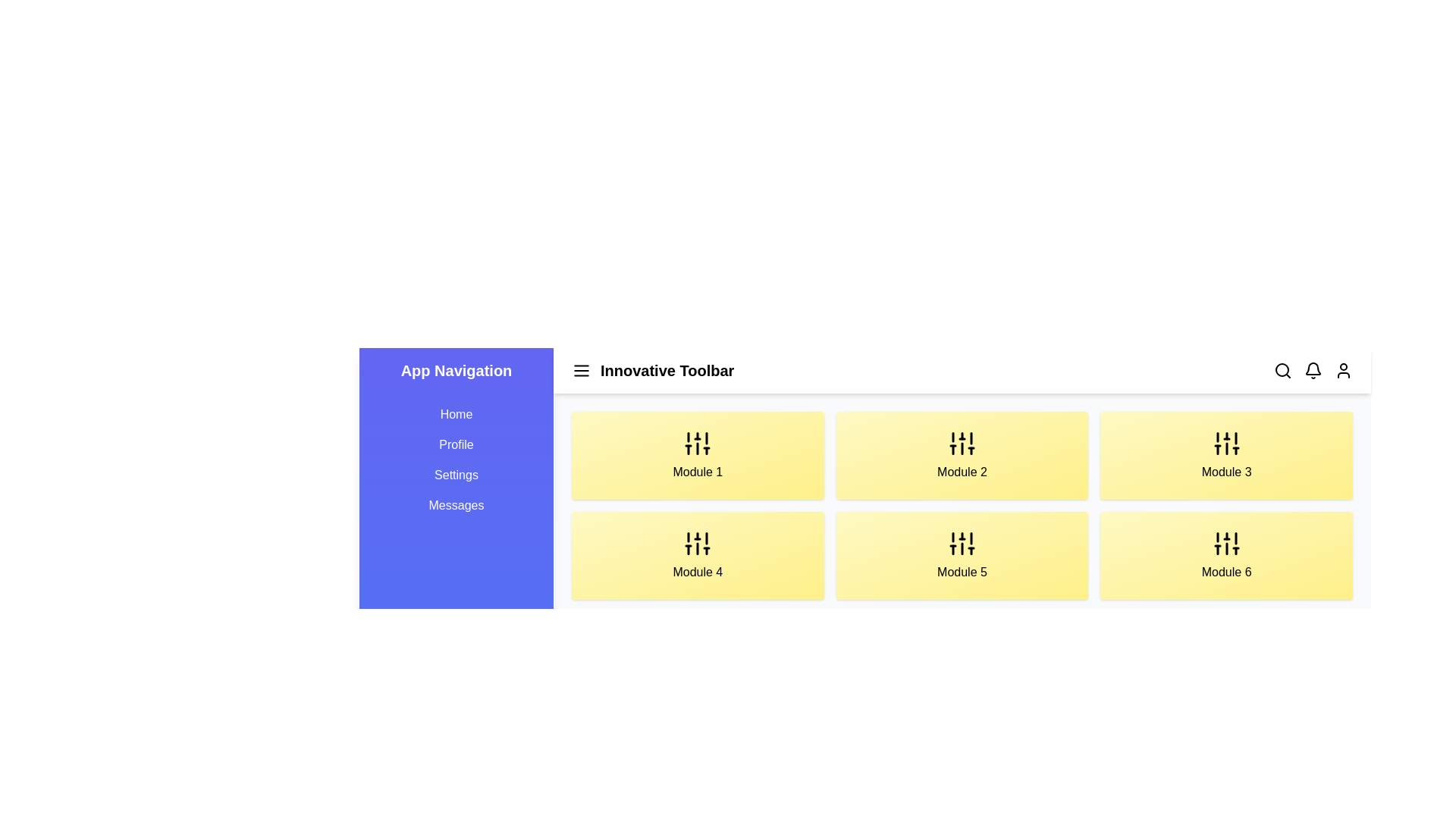  What do you see at coordinates (455, 444) in the screenshot?
I see `the navigation link labeled Profile` at bounding box center [455, 444].